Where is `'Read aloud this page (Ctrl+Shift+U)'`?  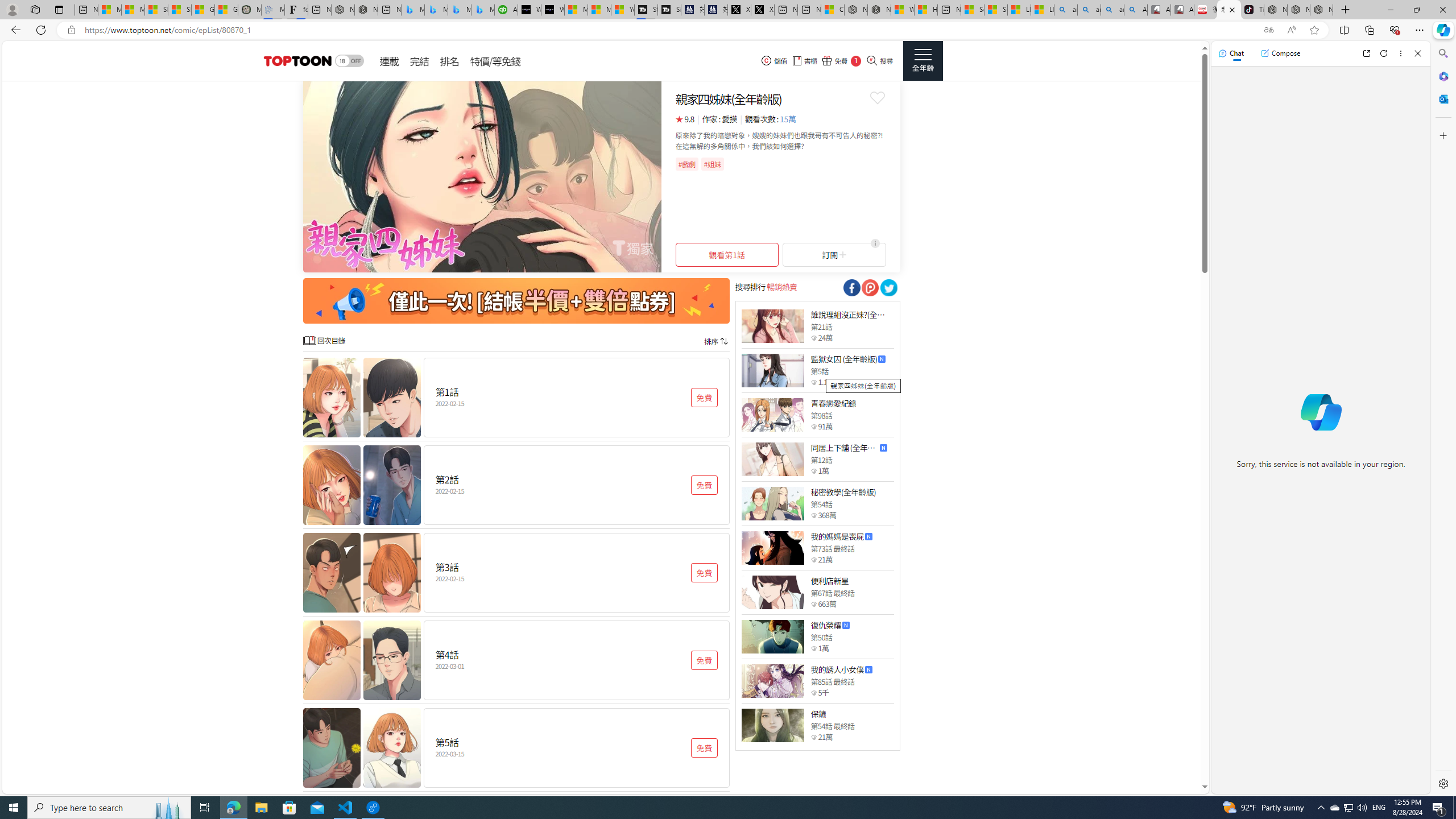 'Read aloud this page (Ctrl+Shift+U)' is located at coordinates (1291, 30).